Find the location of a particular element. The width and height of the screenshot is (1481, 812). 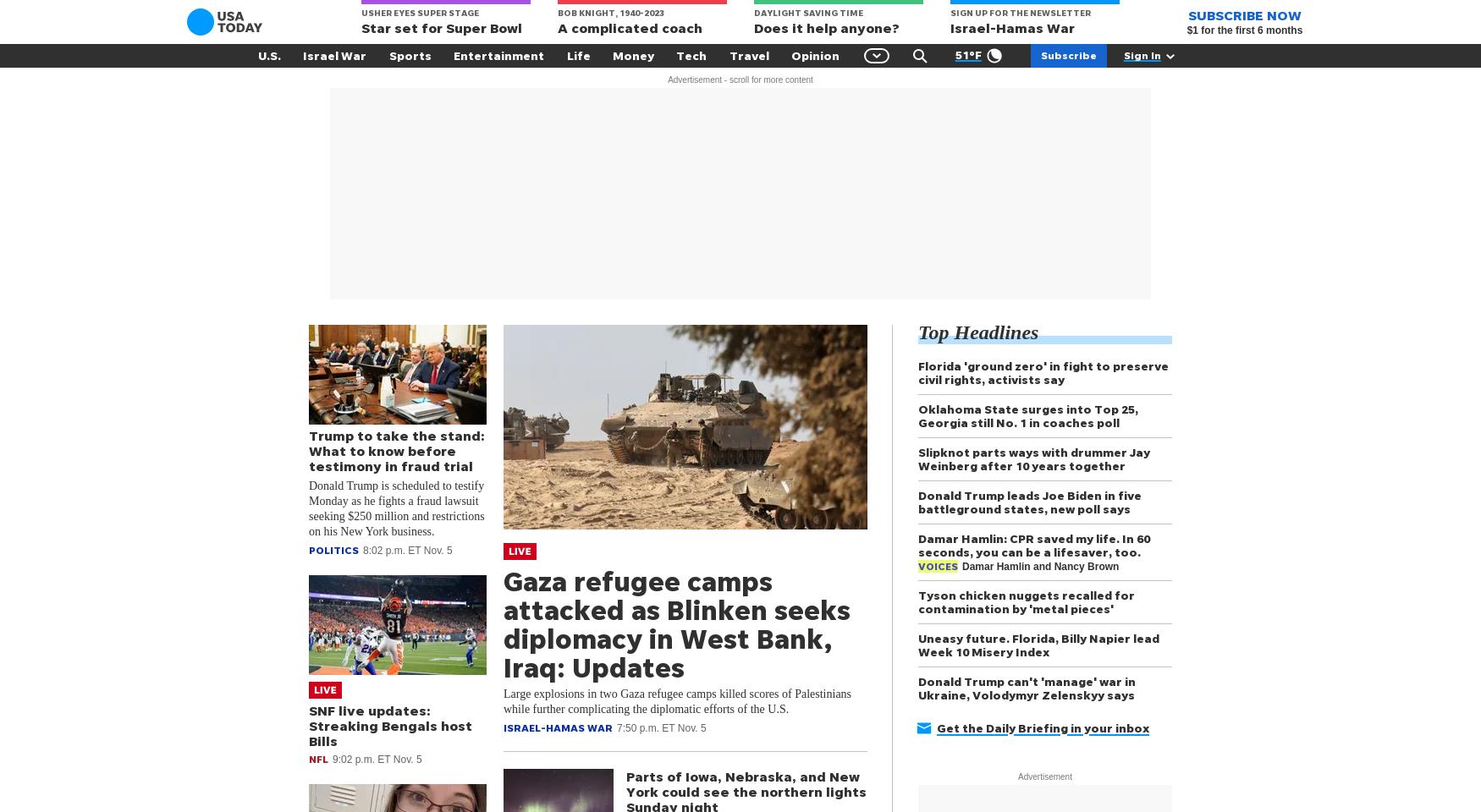

'Donald Trump can't 'manage' war in Ukraine, Volodymyr Zelenskyy says' is located at coordinates (1027, 688).